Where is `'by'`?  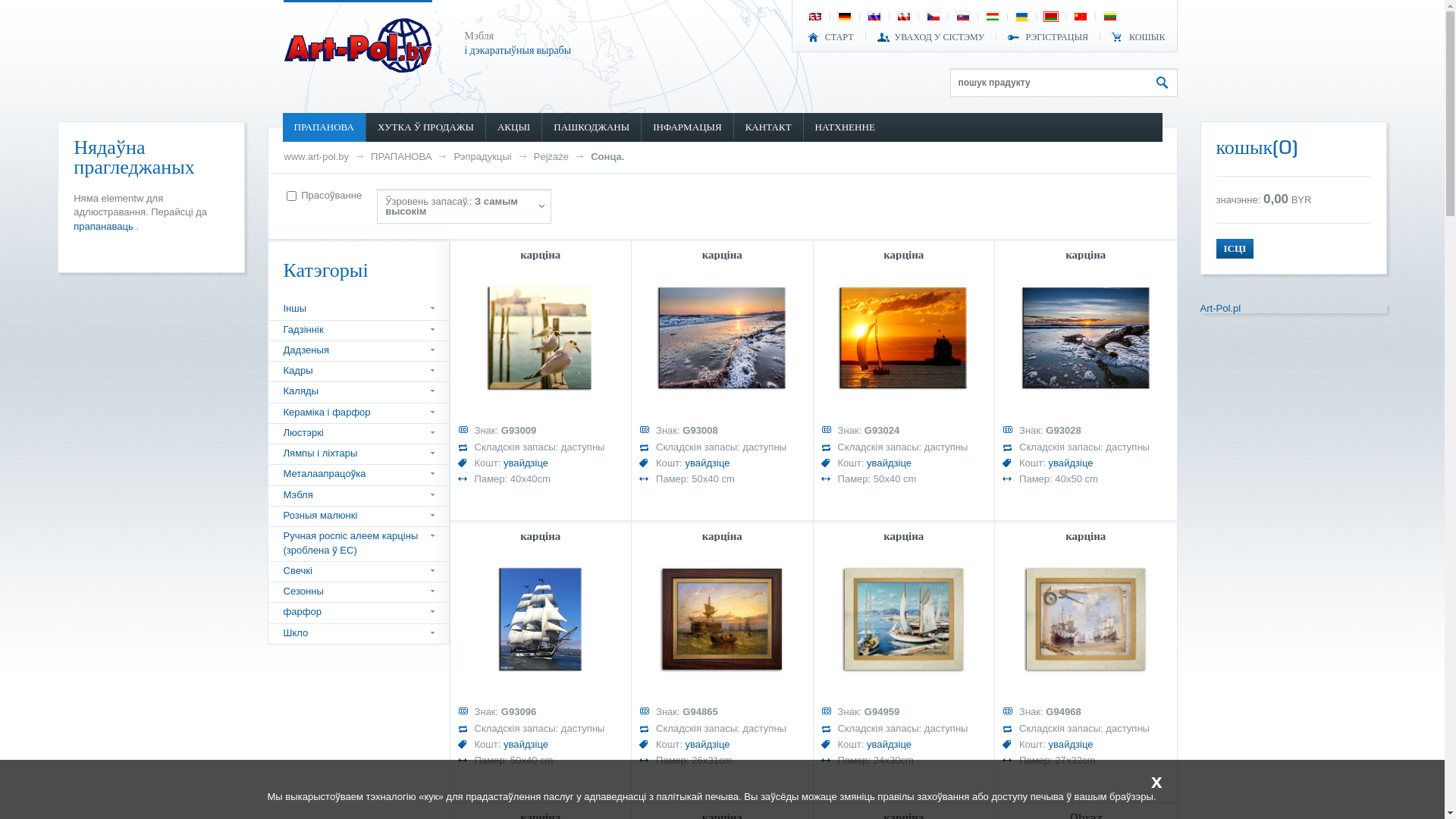 'by' is located at coordinates (1043, 17).